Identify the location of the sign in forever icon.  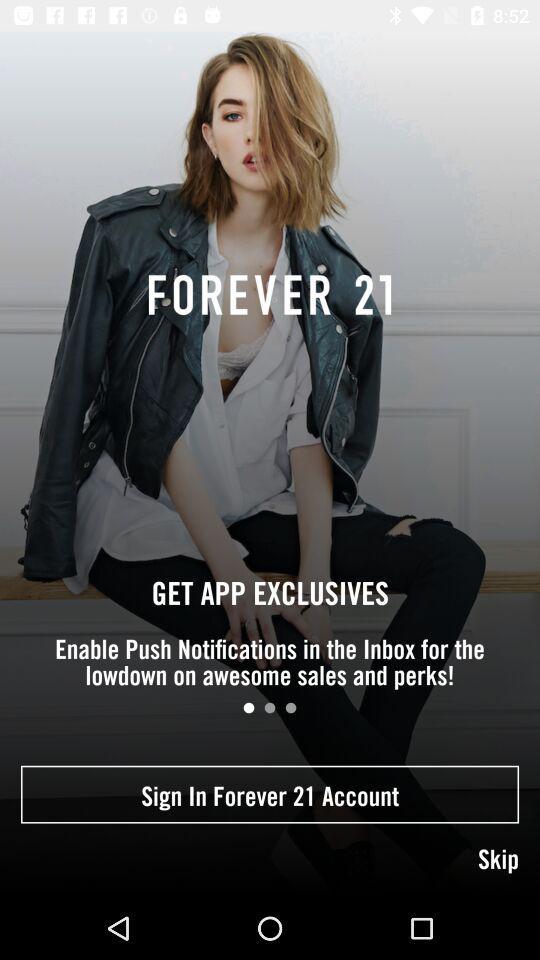
(270, 794).